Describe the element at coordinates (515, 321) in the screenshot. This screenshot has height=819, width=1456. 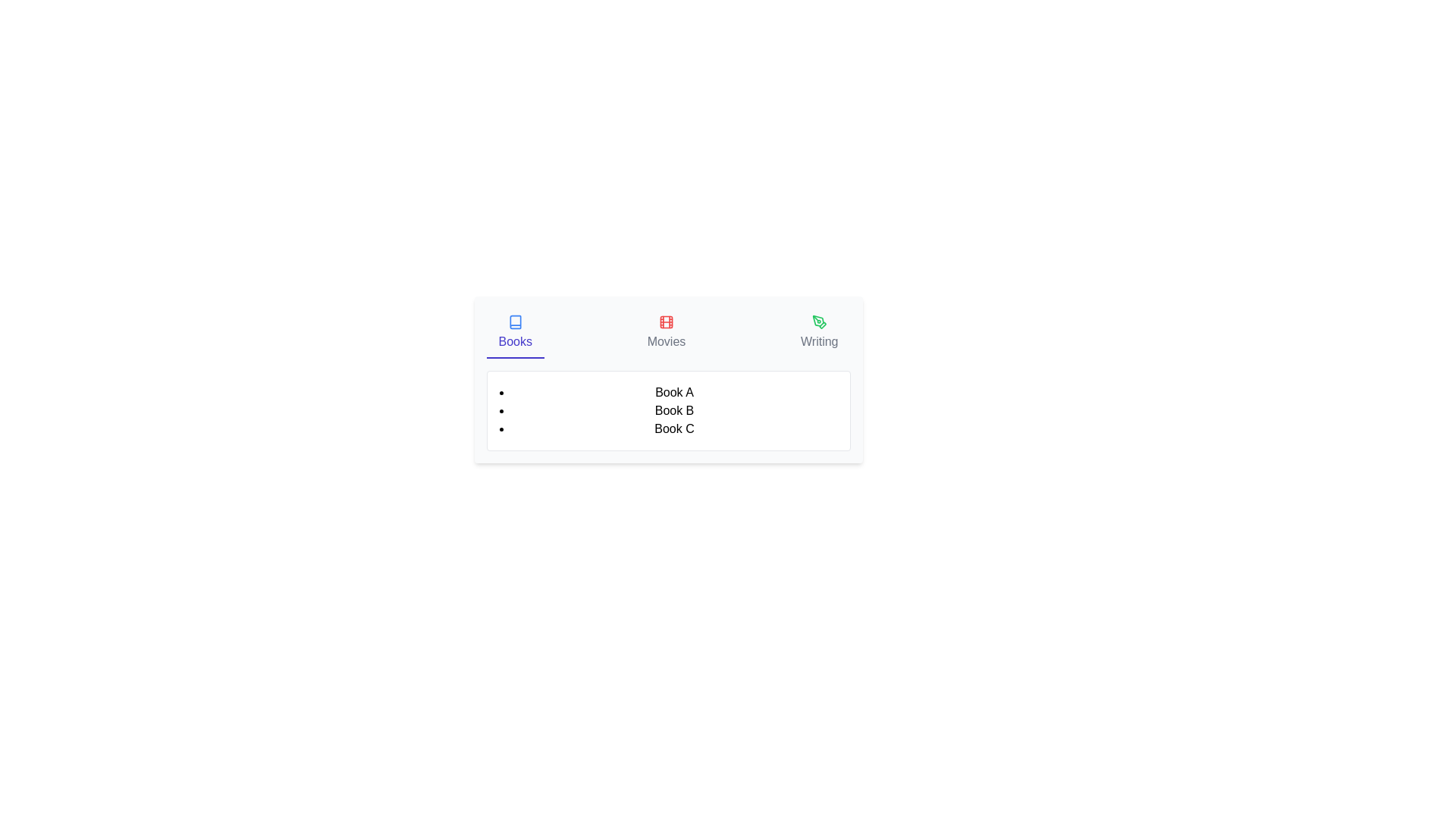
I see `the icon associated with the 'Books' tab to view its content` at that location.